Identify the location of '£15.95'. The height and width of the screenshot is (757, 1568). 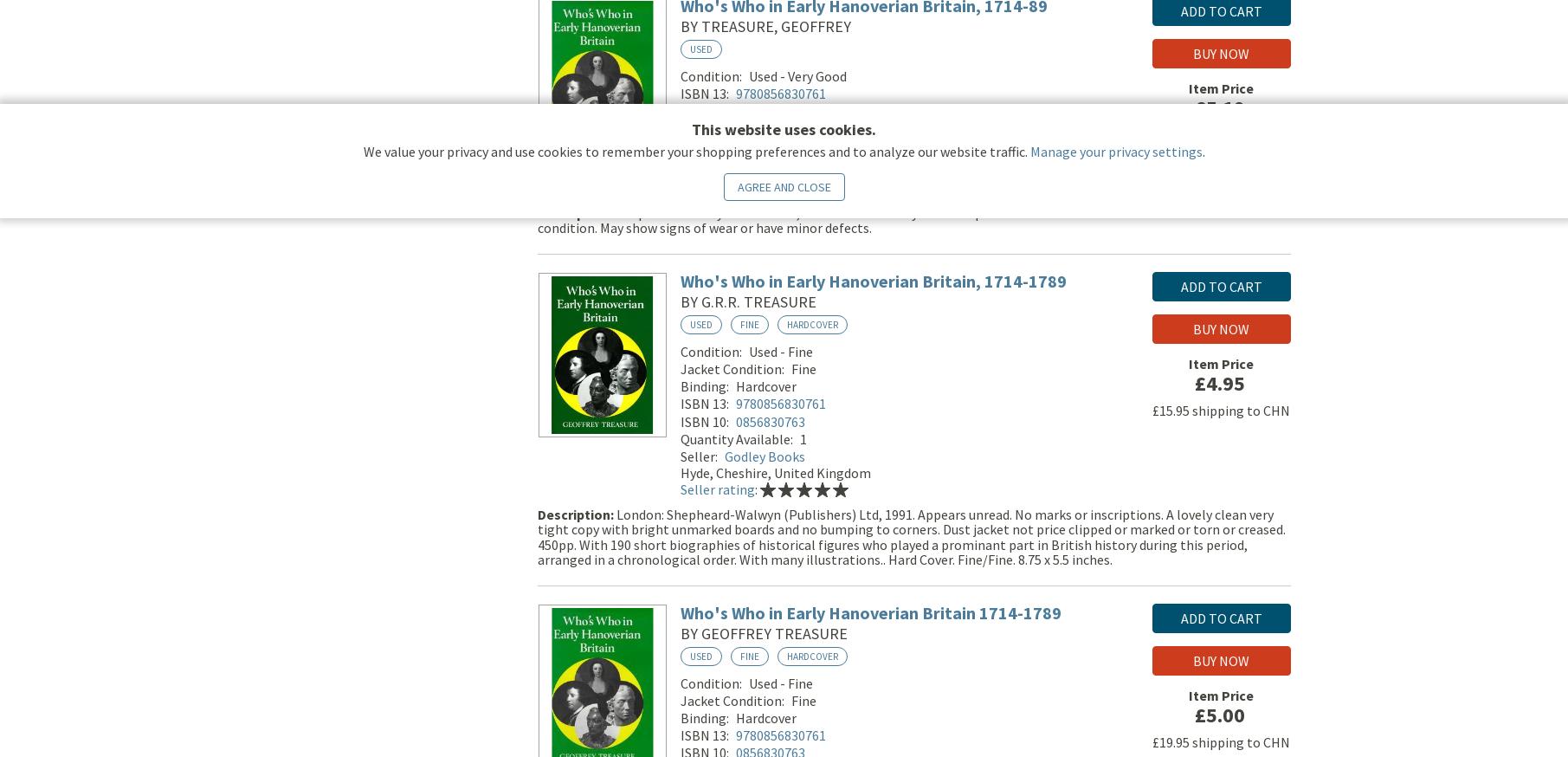
(1170, 412).